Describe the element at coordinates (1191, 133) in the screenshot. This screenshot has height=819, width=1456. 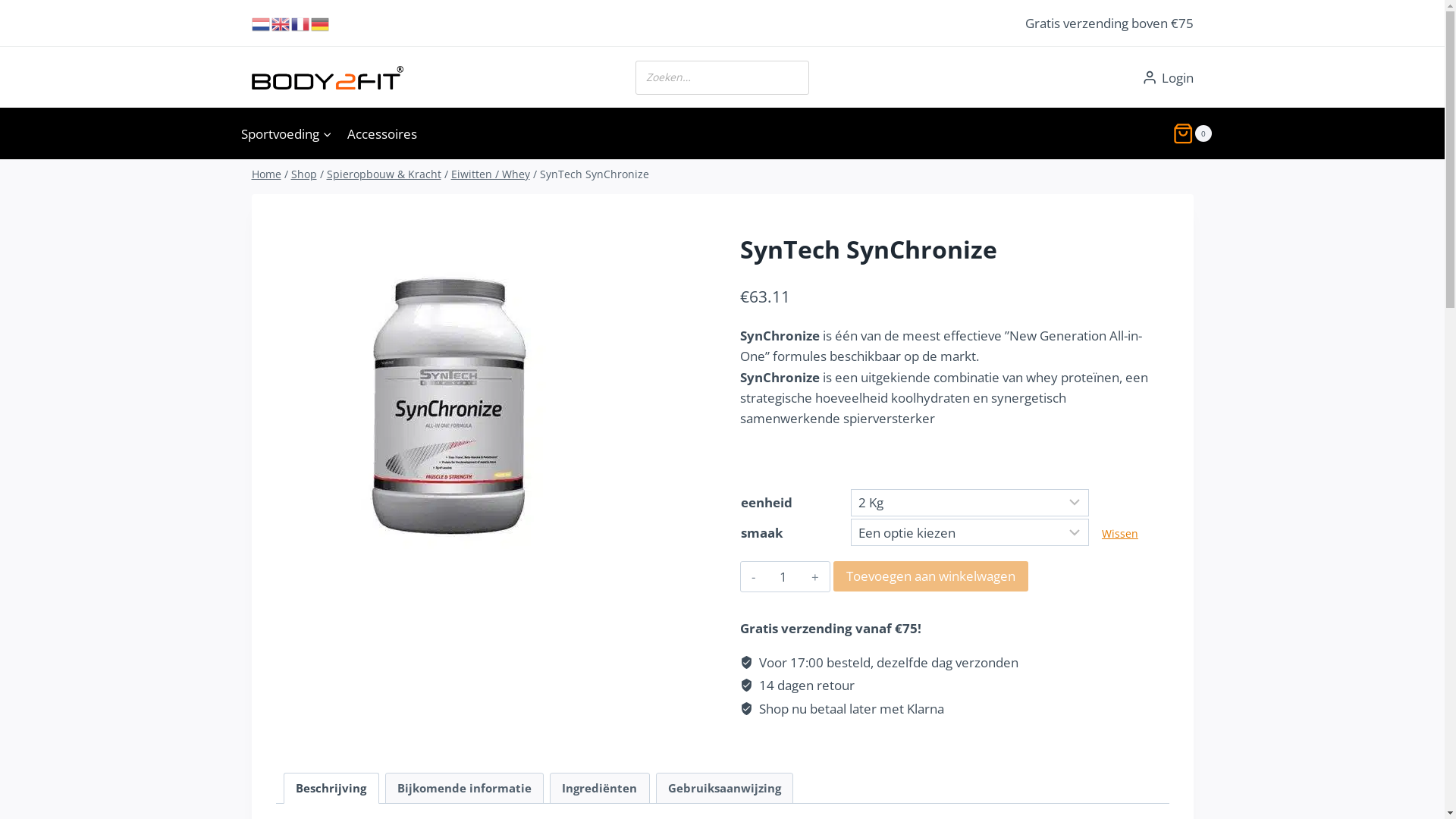
I see `'0'` at that location.